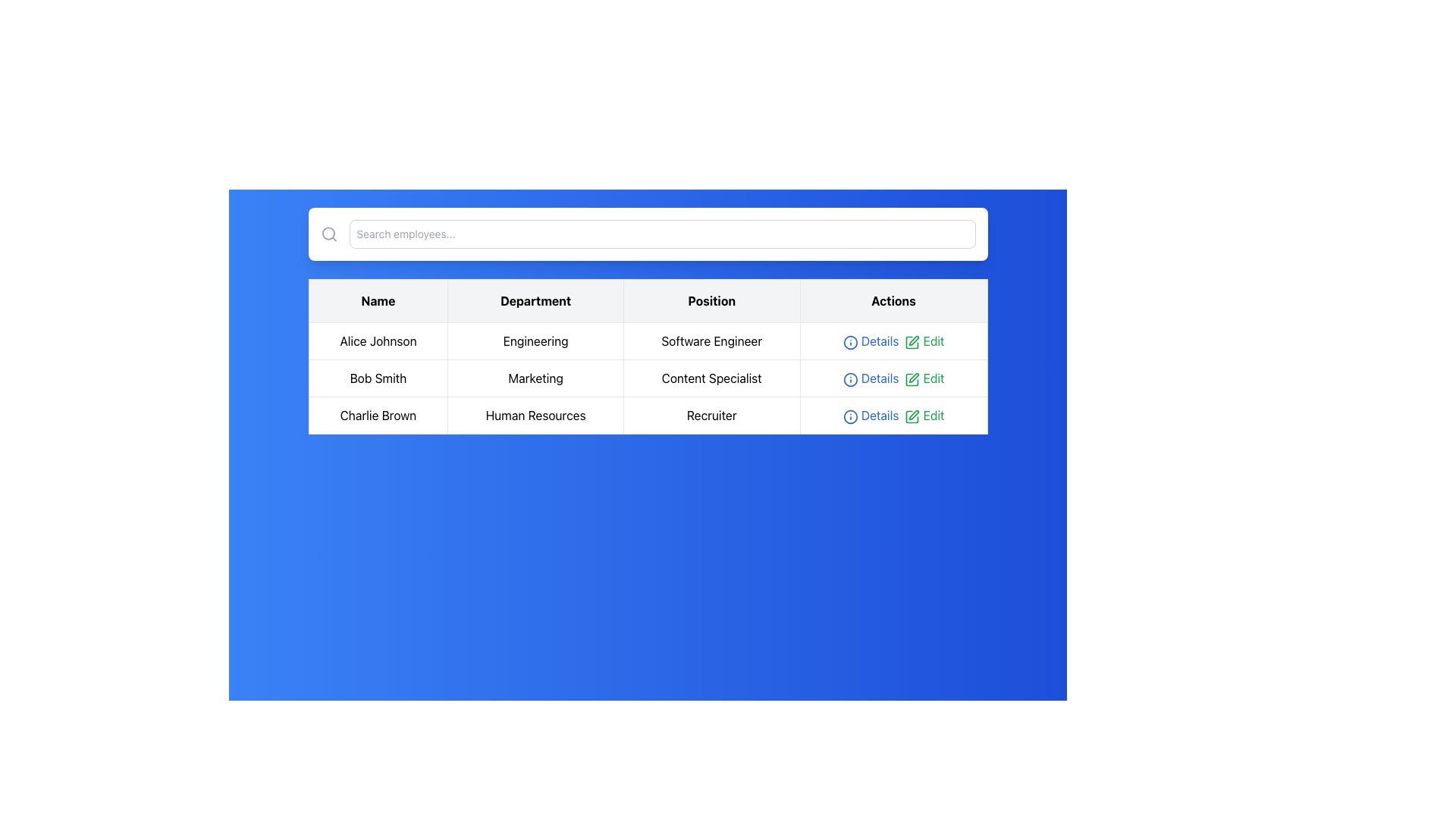 This screenshot has width=1456, height=819. Describe the element at coordinates (711, 415) in the screenshot. I see `the static text label displaying 'Recruiter' located in the third row and third column of the table` at that location.